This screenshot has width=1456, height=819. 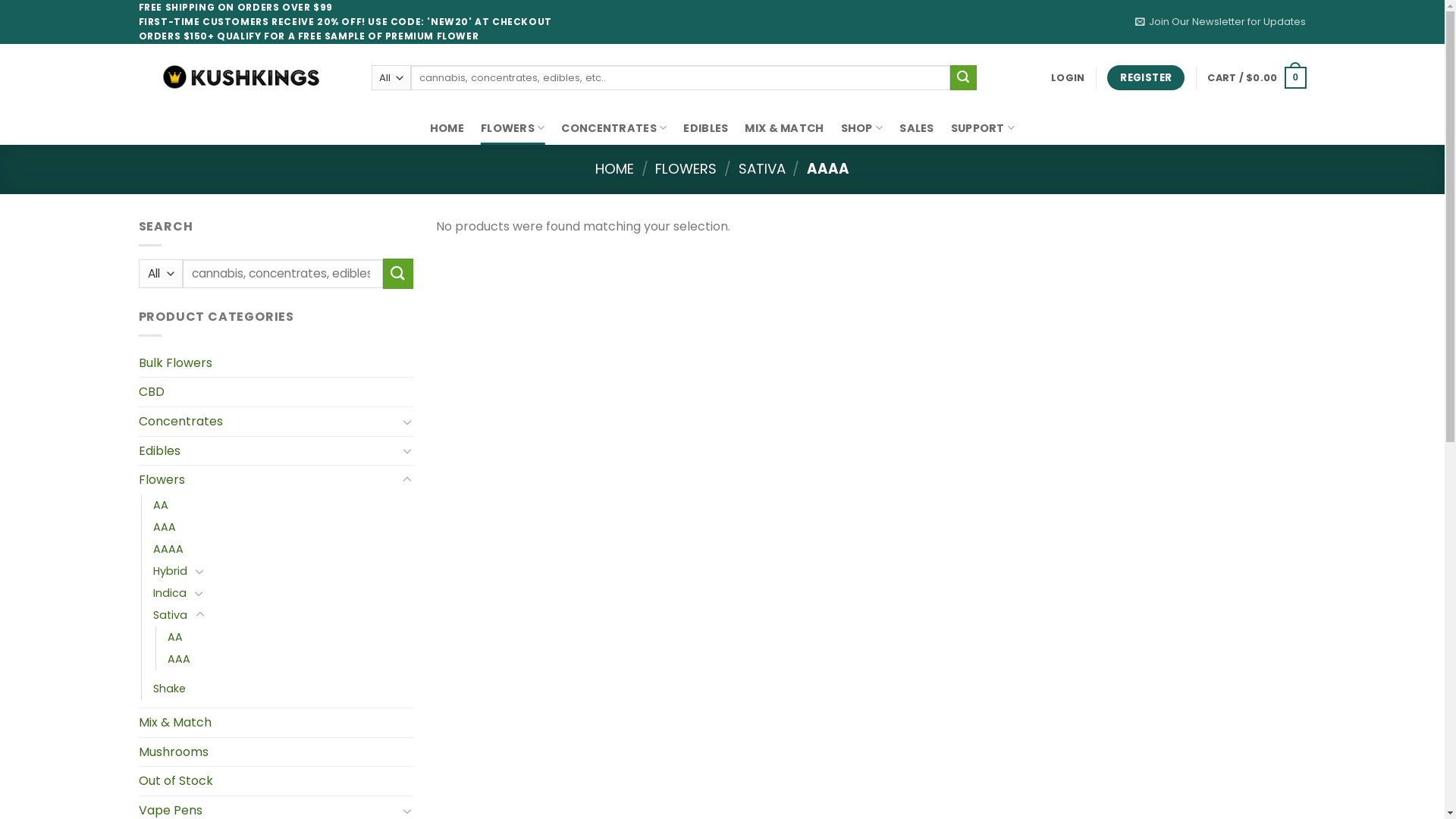 I want to click on 'SUPPORT', so click(x=983, y=127).